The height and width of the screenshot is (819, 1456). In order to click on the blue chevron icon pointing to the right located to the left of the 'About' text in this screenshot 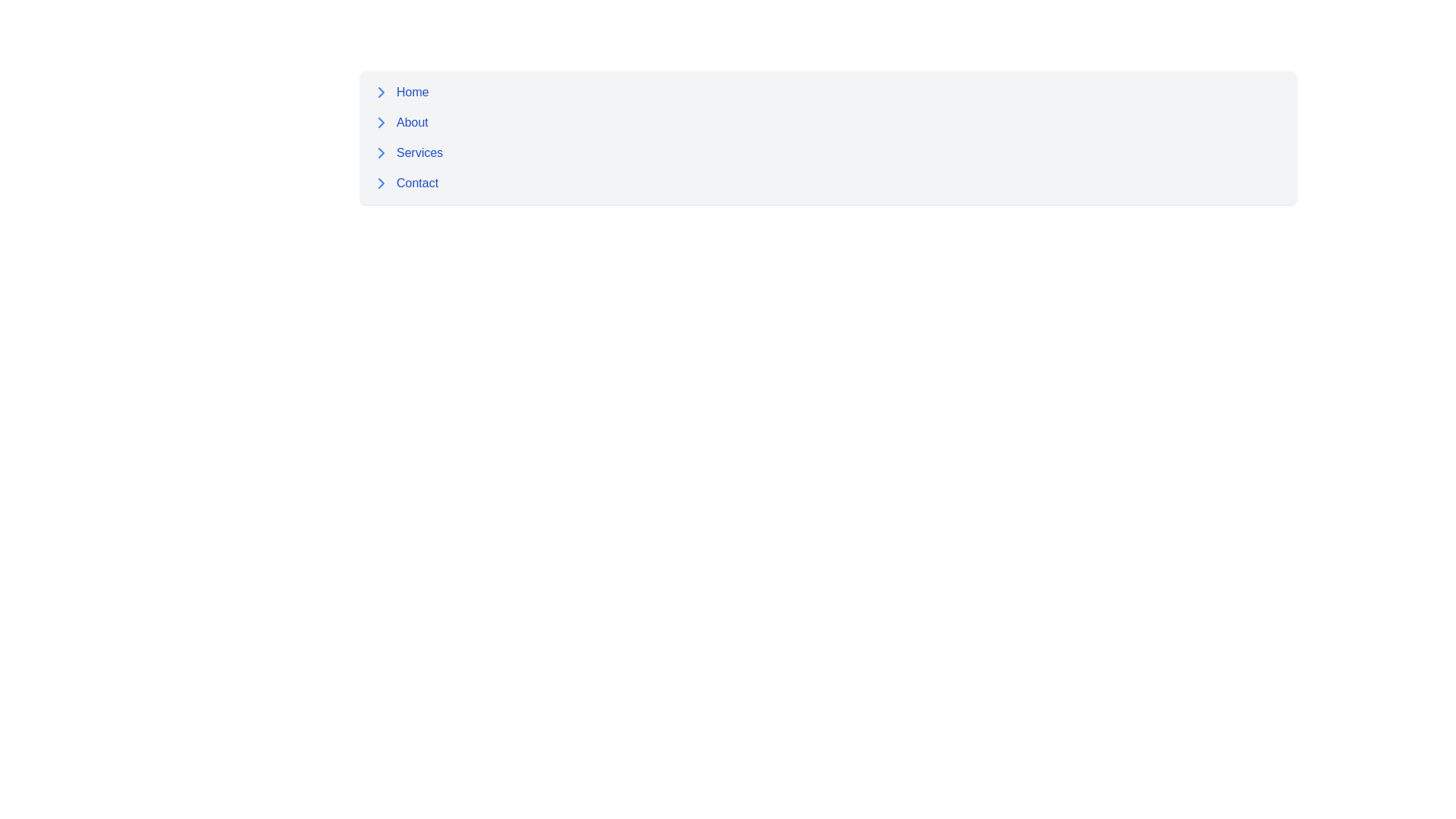, I will do `click(381, 122)`.